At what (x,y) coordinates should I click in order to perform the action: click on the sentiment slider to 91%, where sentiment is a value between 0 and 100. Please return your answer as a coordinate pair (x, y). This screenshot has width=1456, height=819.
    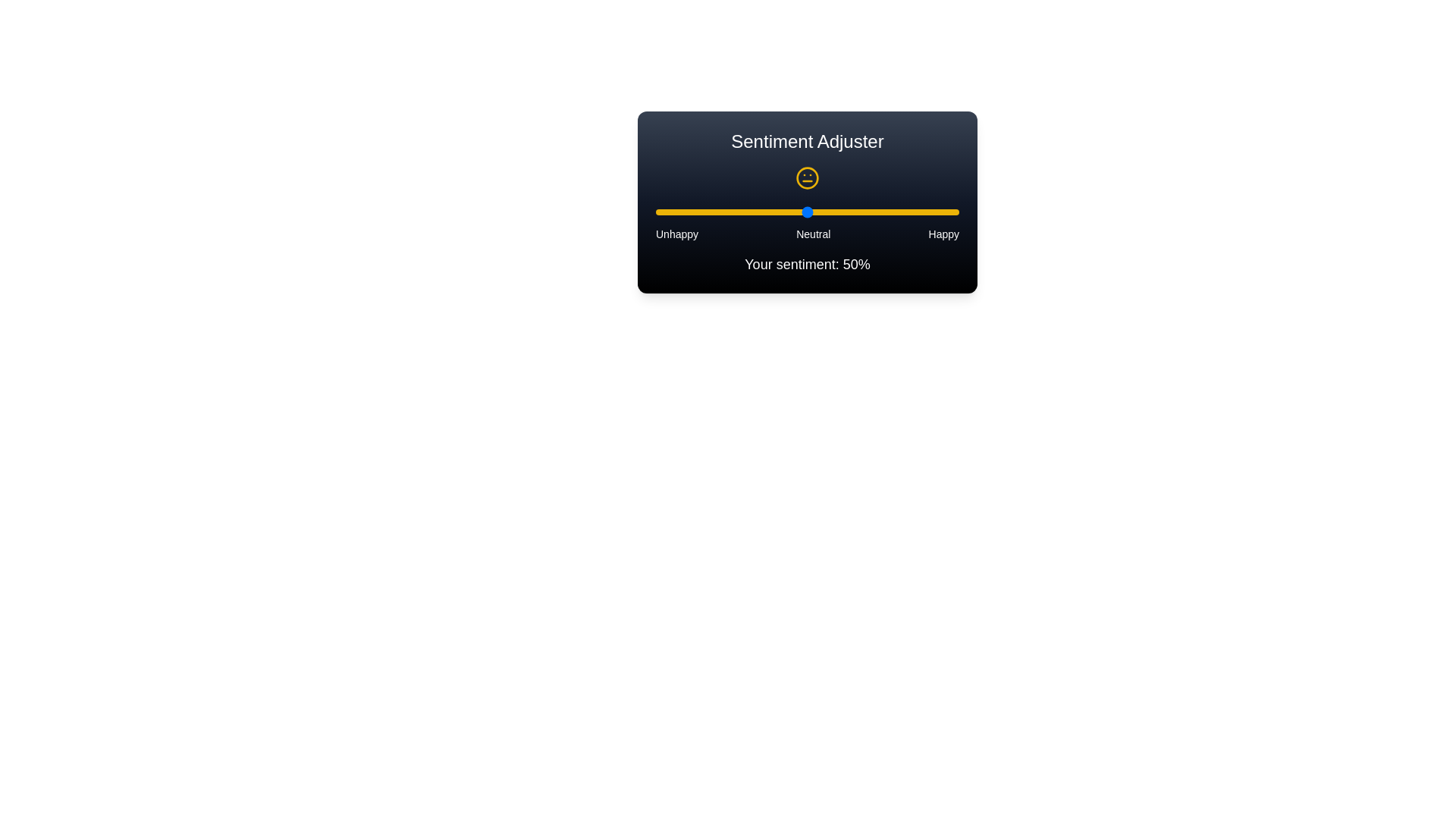
    Looking at the image, I should click on (930, 212).